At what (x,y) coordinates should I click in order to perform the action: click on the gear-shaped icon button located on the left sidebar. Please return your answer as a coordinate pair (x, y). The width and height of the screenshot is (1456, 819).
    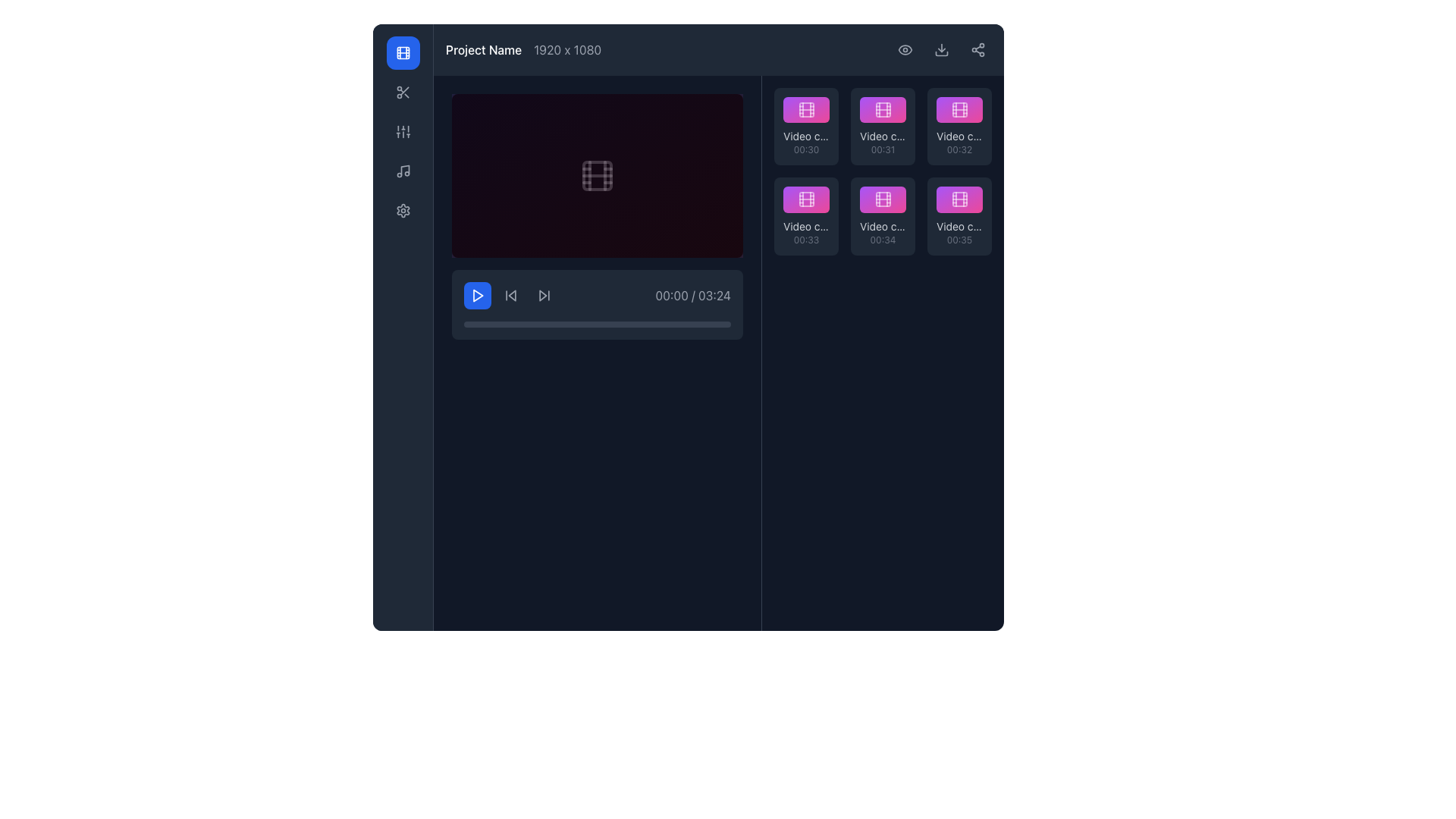
    Looking at the image, I should click on (403, 210).